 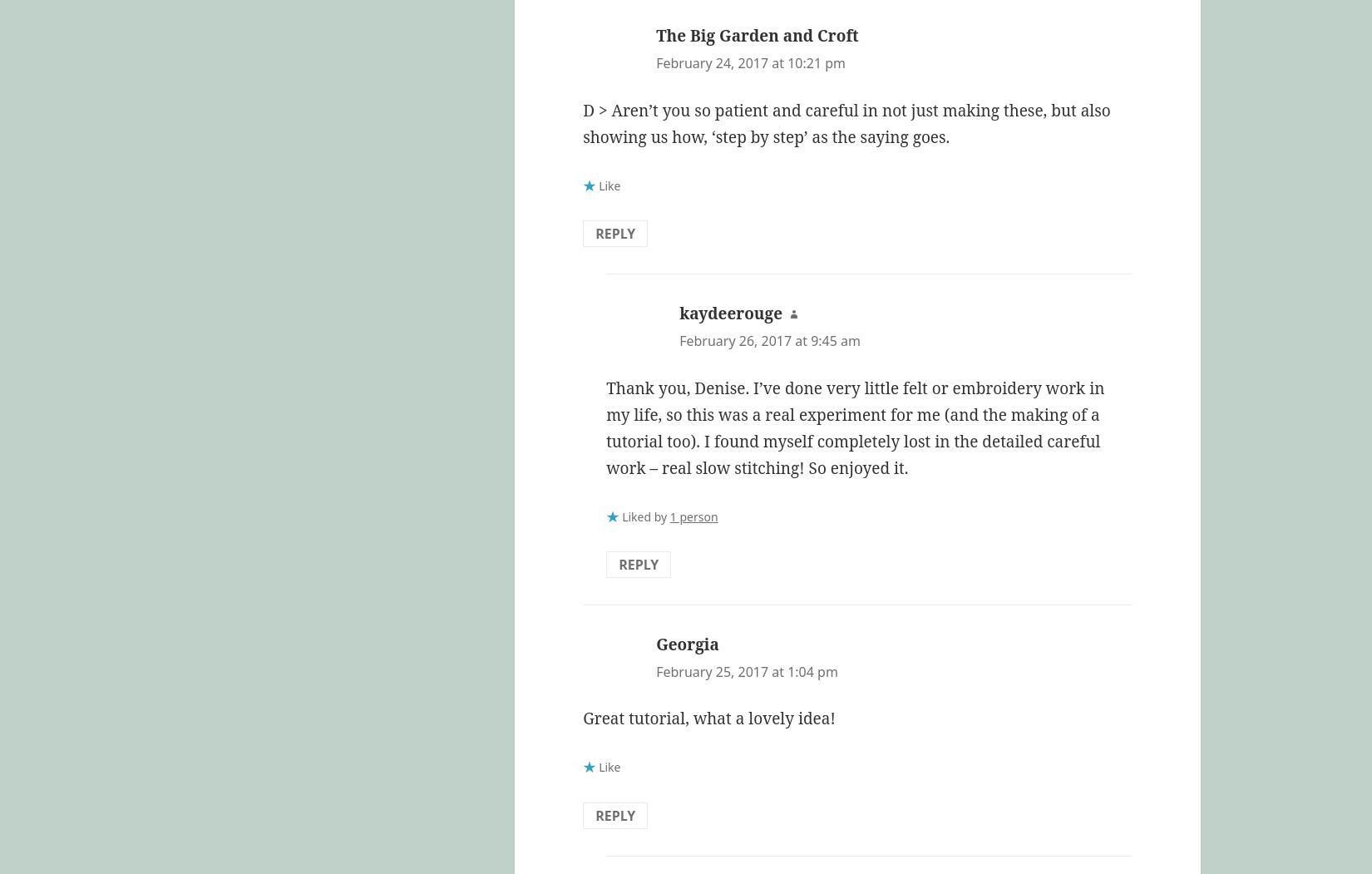 I want to click on 'Great tutorial, what a lovely idea!', so click(x=708, y=718).